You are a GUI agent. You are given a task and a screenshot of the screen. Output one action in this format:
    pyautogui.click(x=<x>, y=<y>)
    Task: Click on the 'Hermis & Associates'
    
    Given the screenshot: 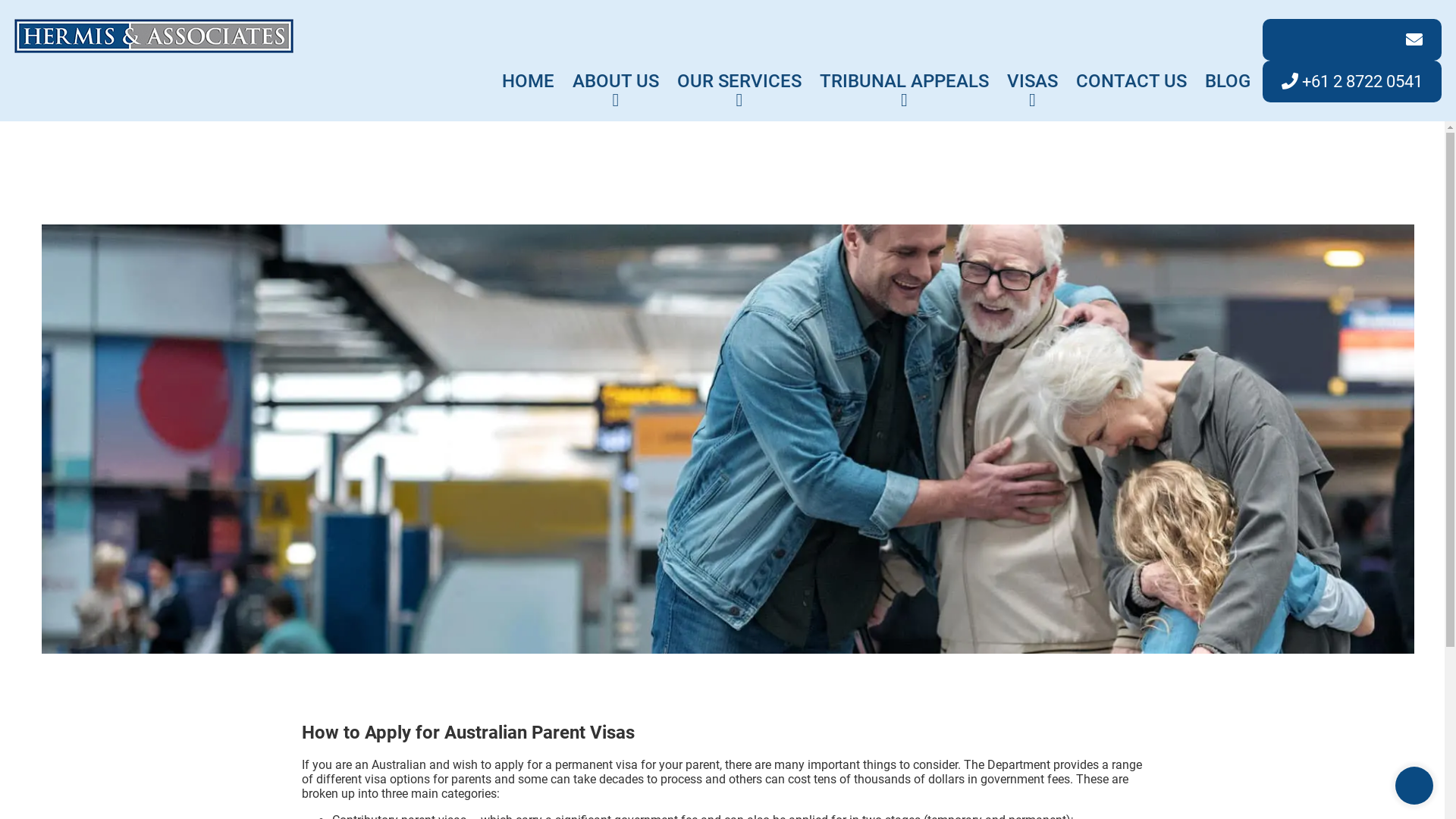 What is the action you would take?
    pyautogui.click(x=153, y=34)
    